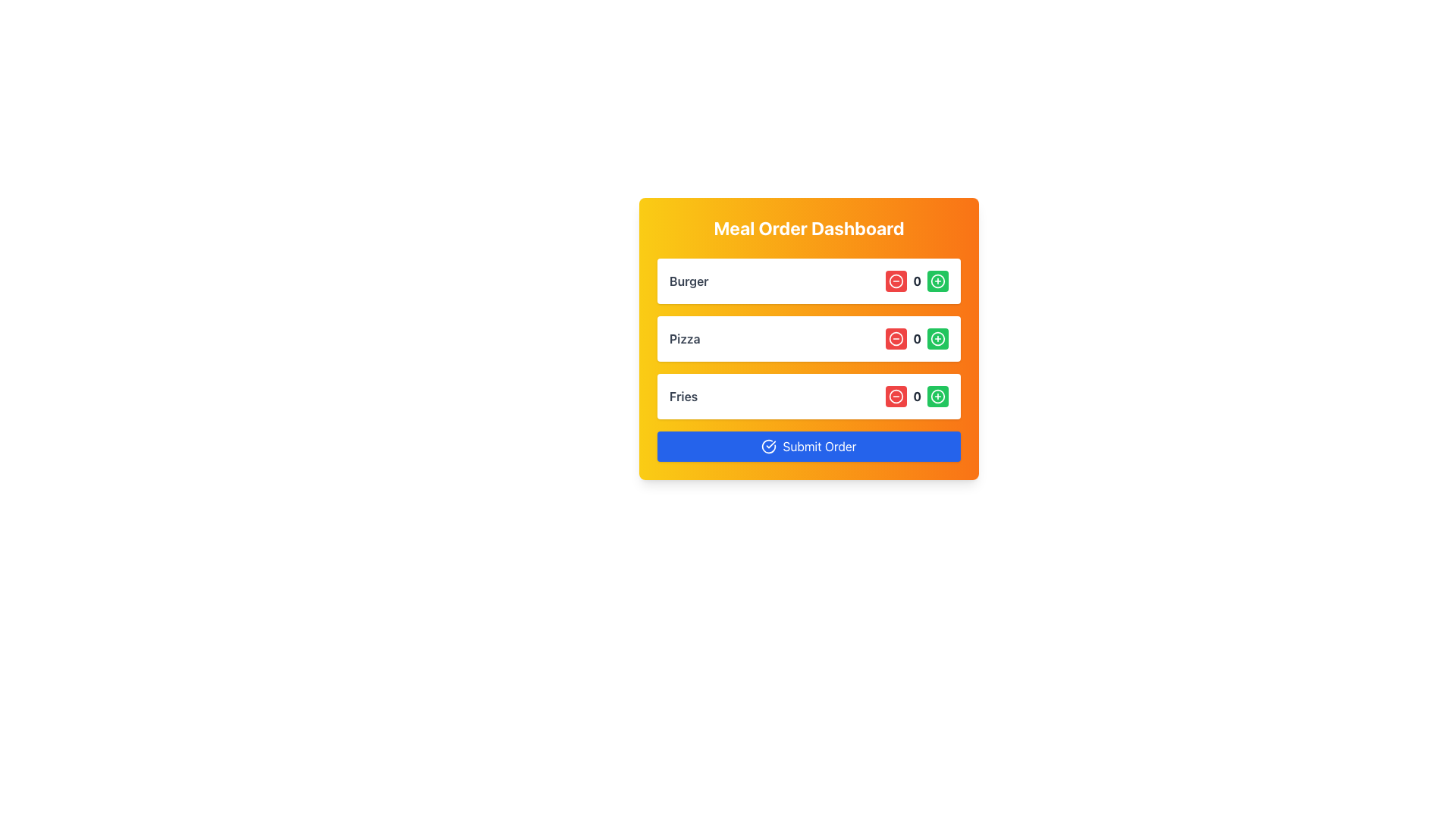  I want to click on the 'decrease count' button for the 'Burger' item, so click(896, 281).